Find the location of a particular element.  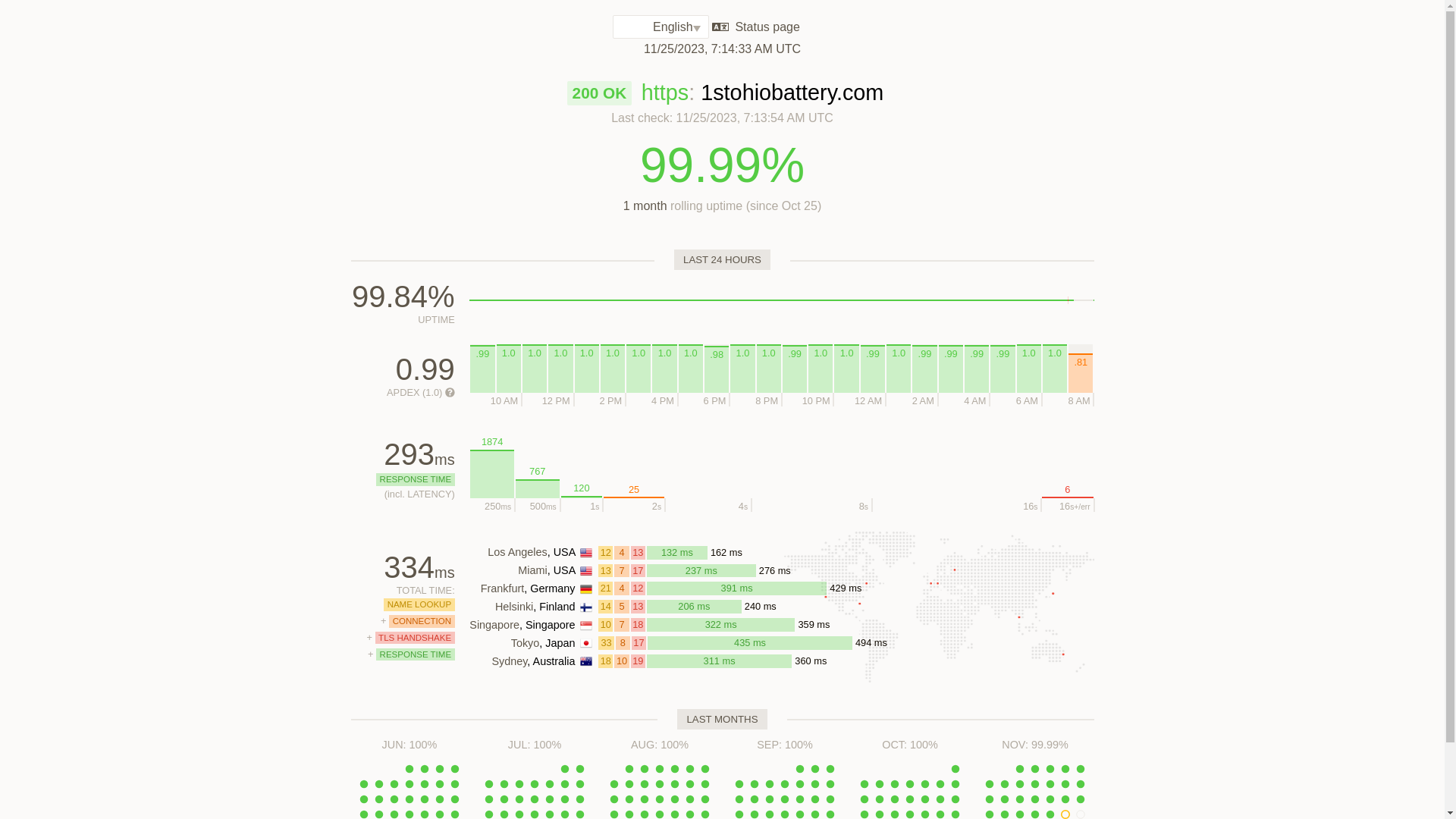

'<small>Jul 05:</small> No downtime' is located at coordinates (512, 783).